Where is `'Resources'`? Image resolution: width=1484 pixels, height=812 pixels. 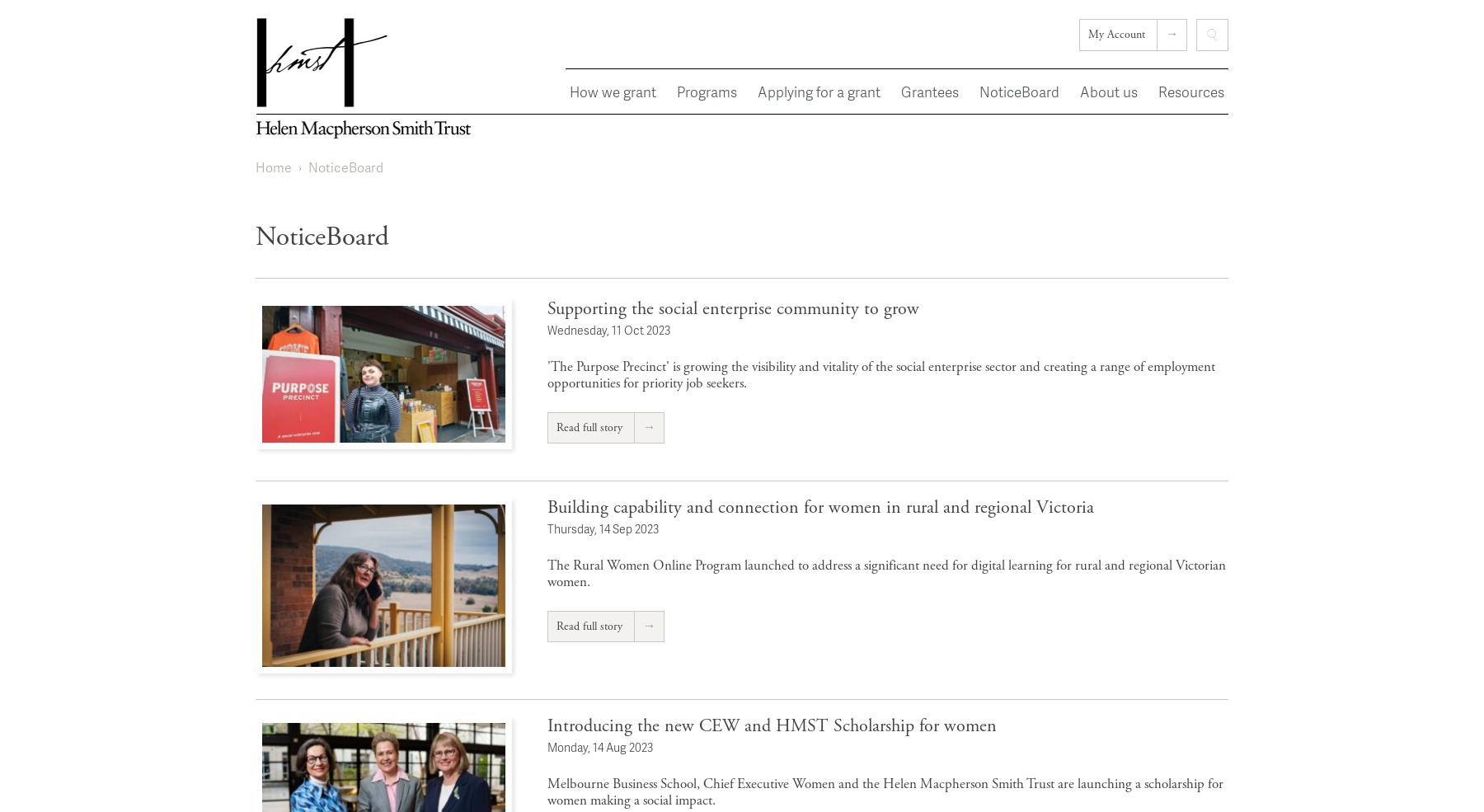 'Resources' is located at coordinates (1190, 92).